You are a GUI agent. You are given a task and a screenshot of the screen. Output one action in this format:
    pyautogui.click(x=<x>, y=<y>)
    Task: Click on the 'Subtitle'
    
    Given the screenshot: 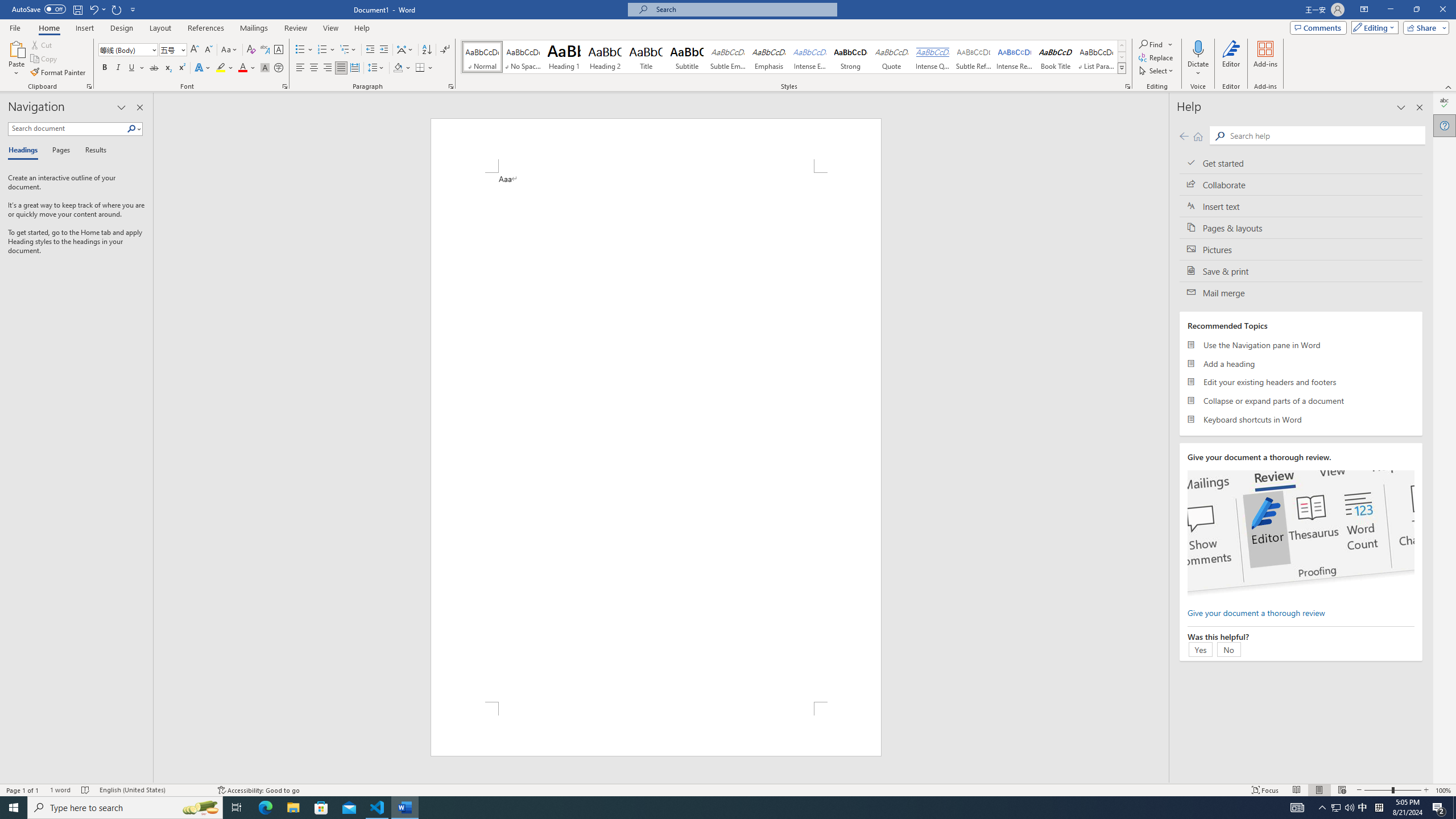 What is the action you would take?
    pyautogui.click(x=686, y=56)
    